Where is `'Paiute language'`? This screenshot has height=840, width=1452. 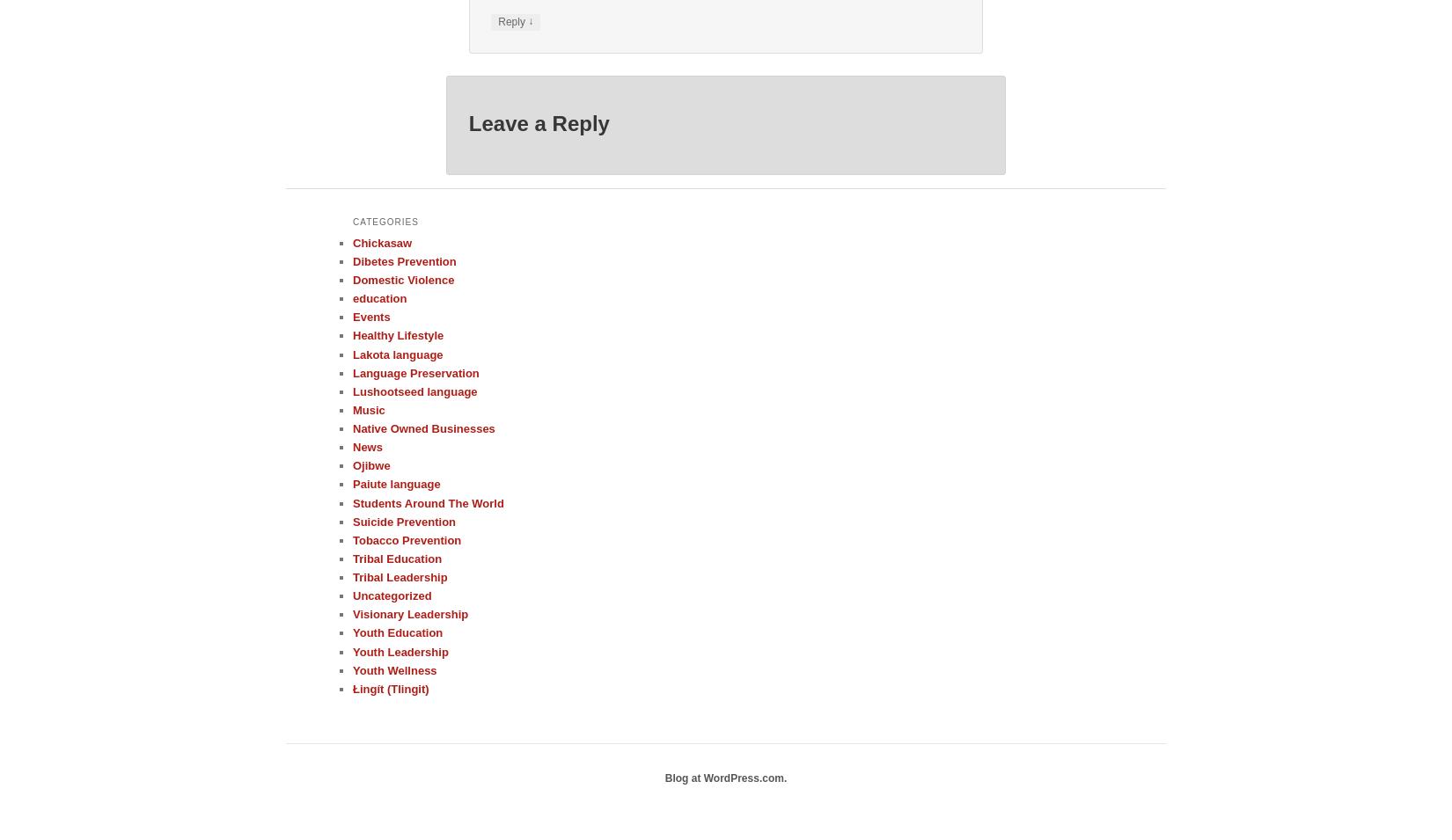 'Paiute language' is located at coordinates (352, 484).